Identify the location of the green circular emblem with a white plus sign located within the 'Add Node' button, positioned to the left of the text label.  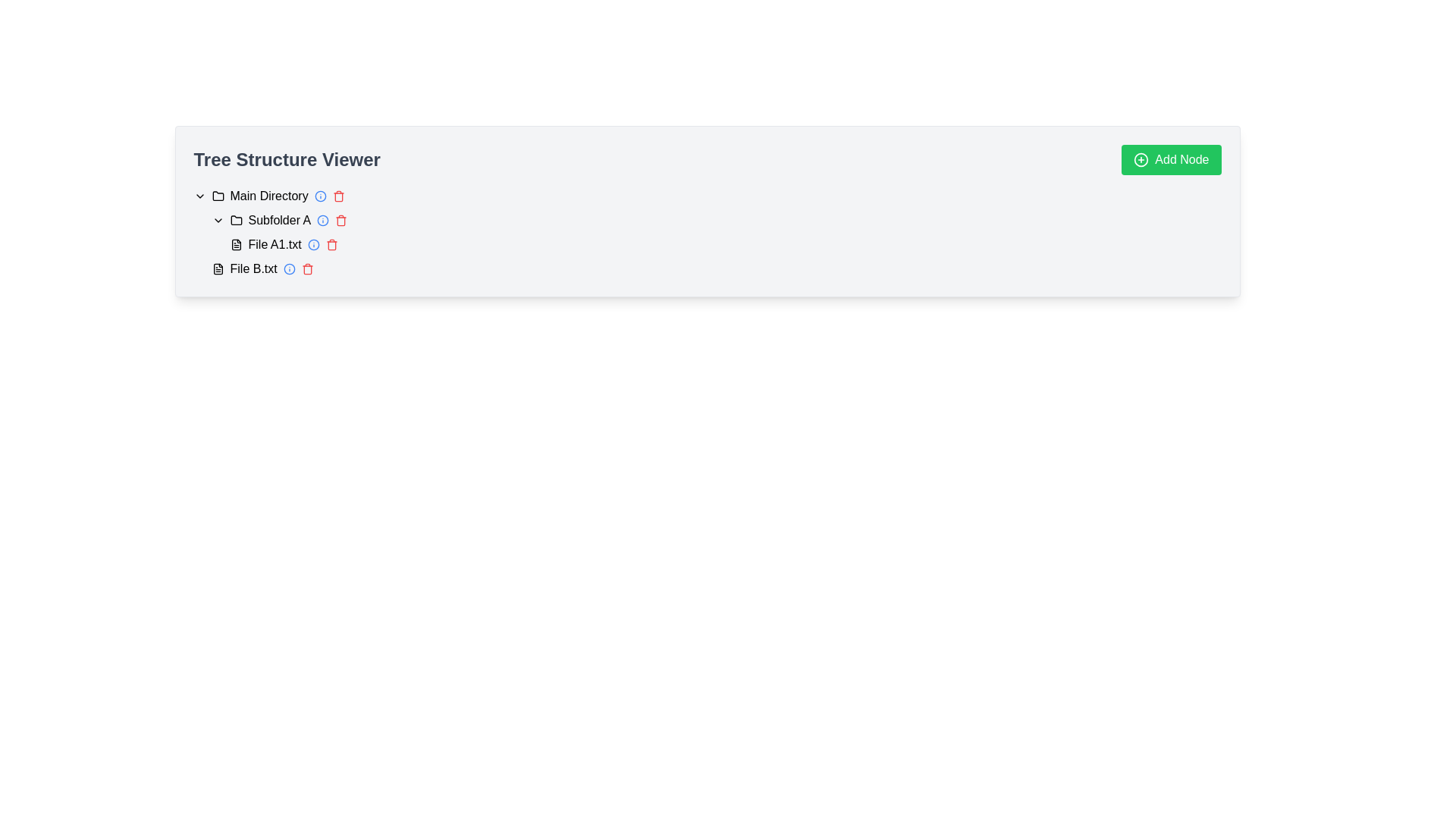
(1141, 160).